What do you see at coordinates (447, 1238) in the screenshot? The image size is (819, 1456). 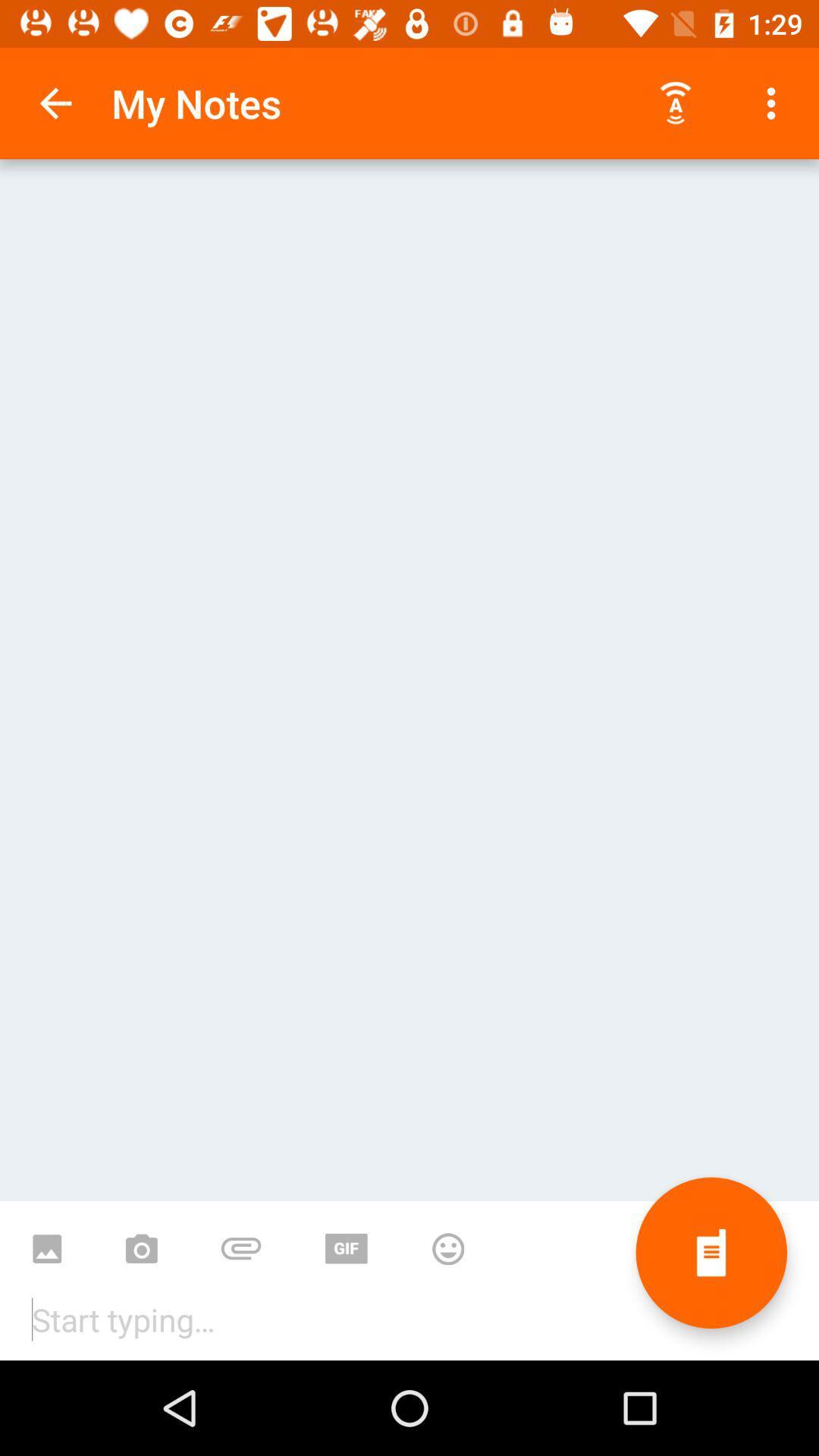 I see `the emoji icon` at bounding box center [447, 1238].